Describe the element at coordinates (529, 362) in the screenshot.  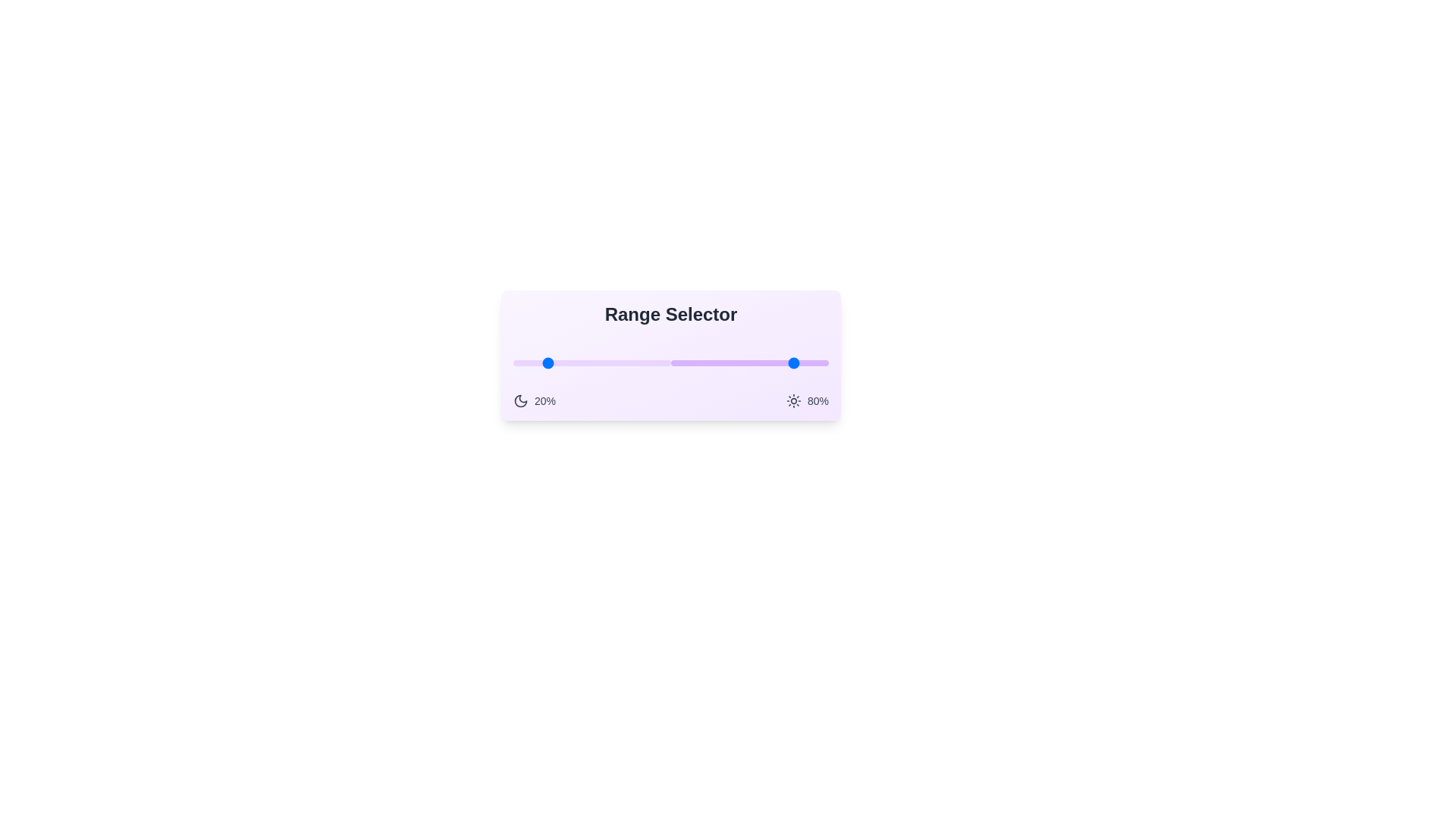
I see `the lower bound of the range to 10% by dragging the left slider` at that location.